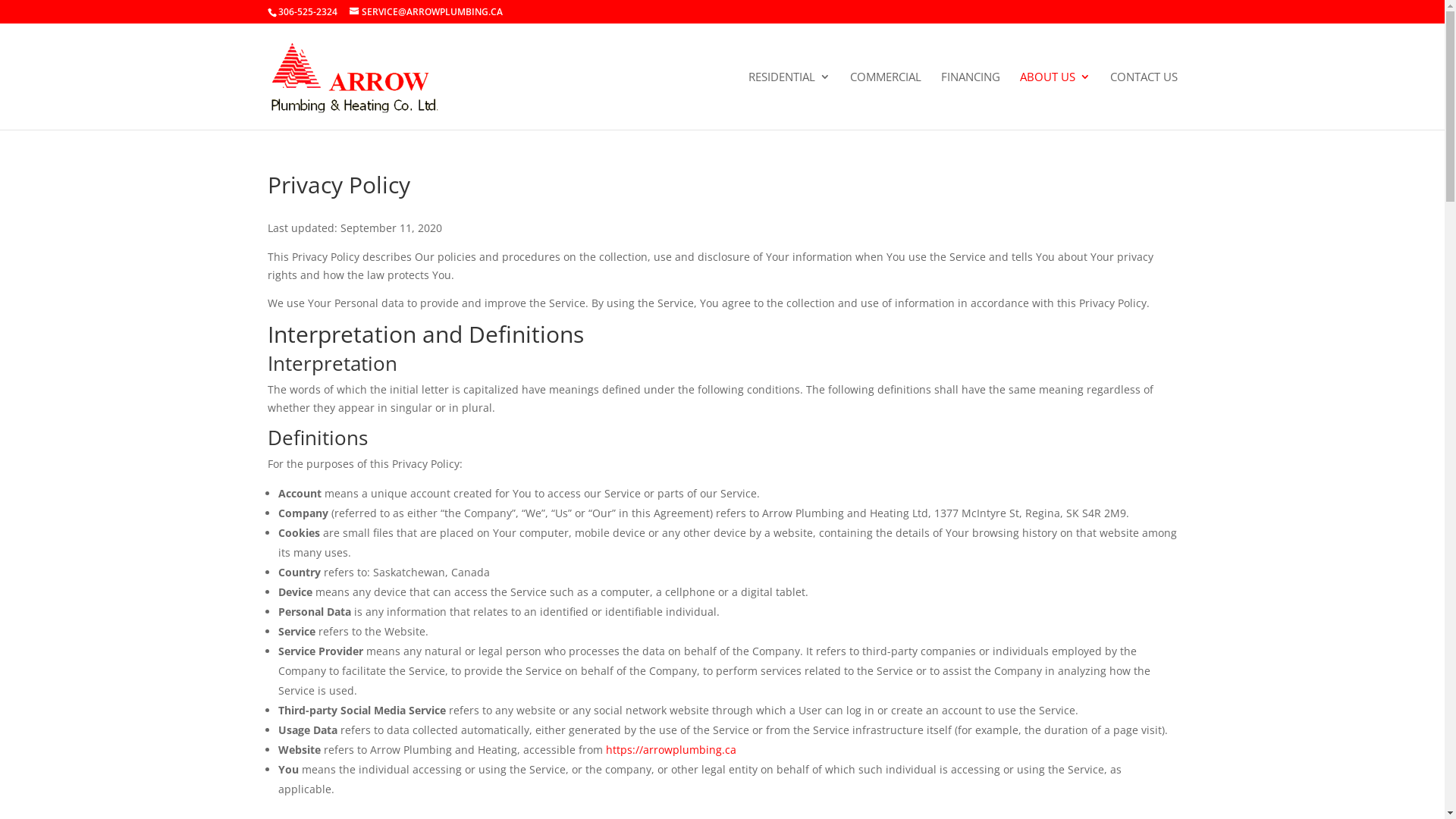  I want to click on 'COMMERCIAL', so click(884, 100).